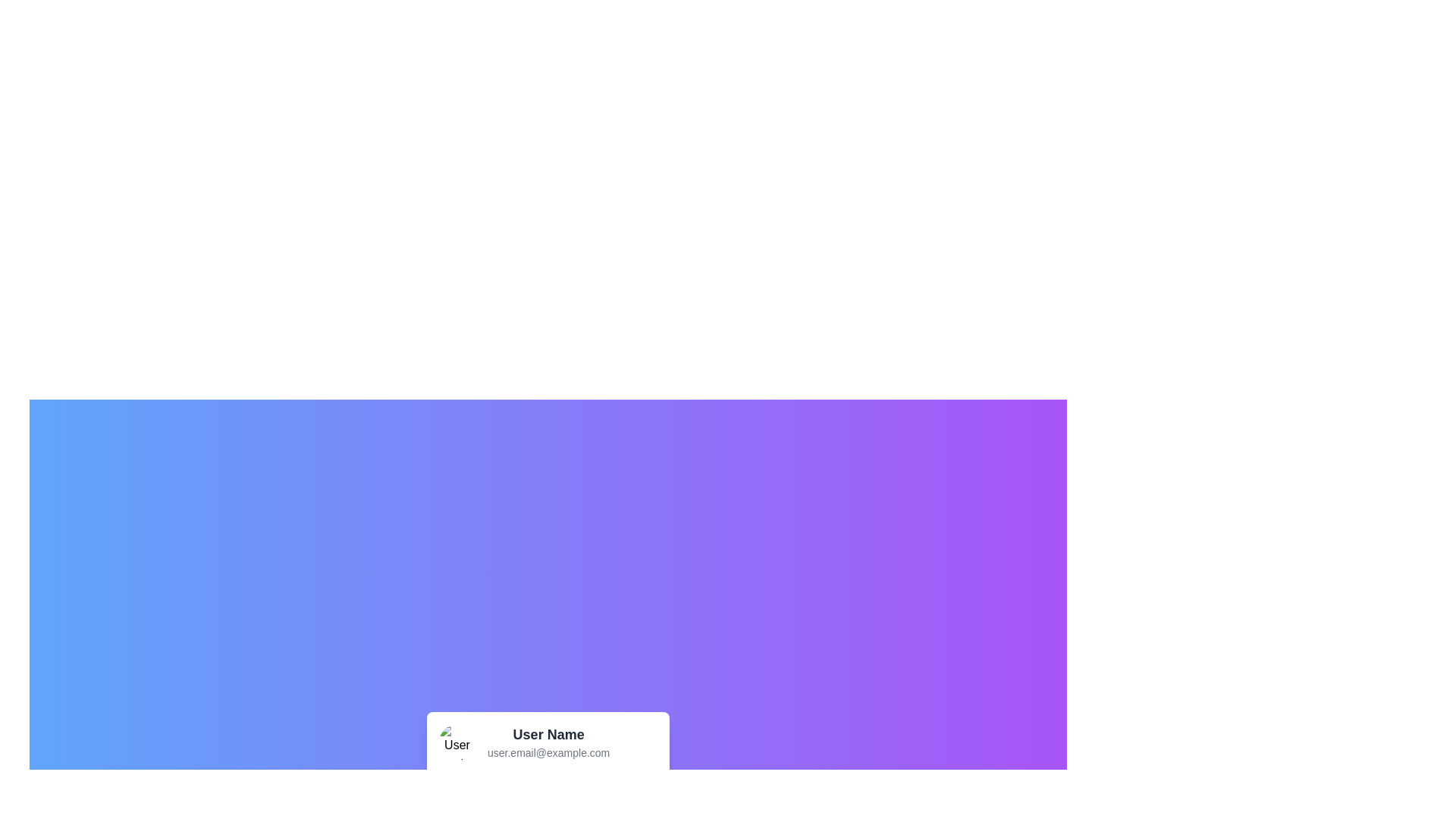 The width and height of the screenshot is (1456, 819). Describe the element at coordinates (548, 733) in the screenshot. I see `the text label that identifies the logged-in user's name, located at the bottom center of the interface above the email address` at that location.